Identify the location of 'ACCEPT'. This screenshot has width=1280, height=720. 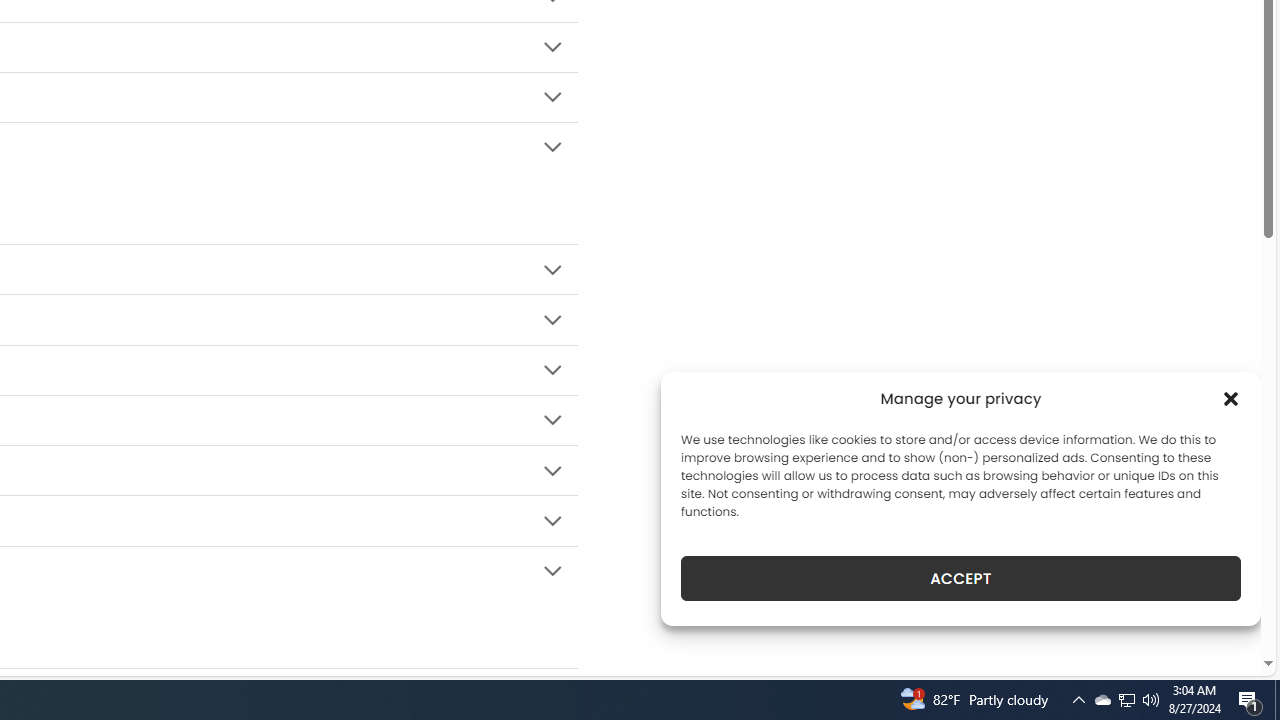
(961, 578).